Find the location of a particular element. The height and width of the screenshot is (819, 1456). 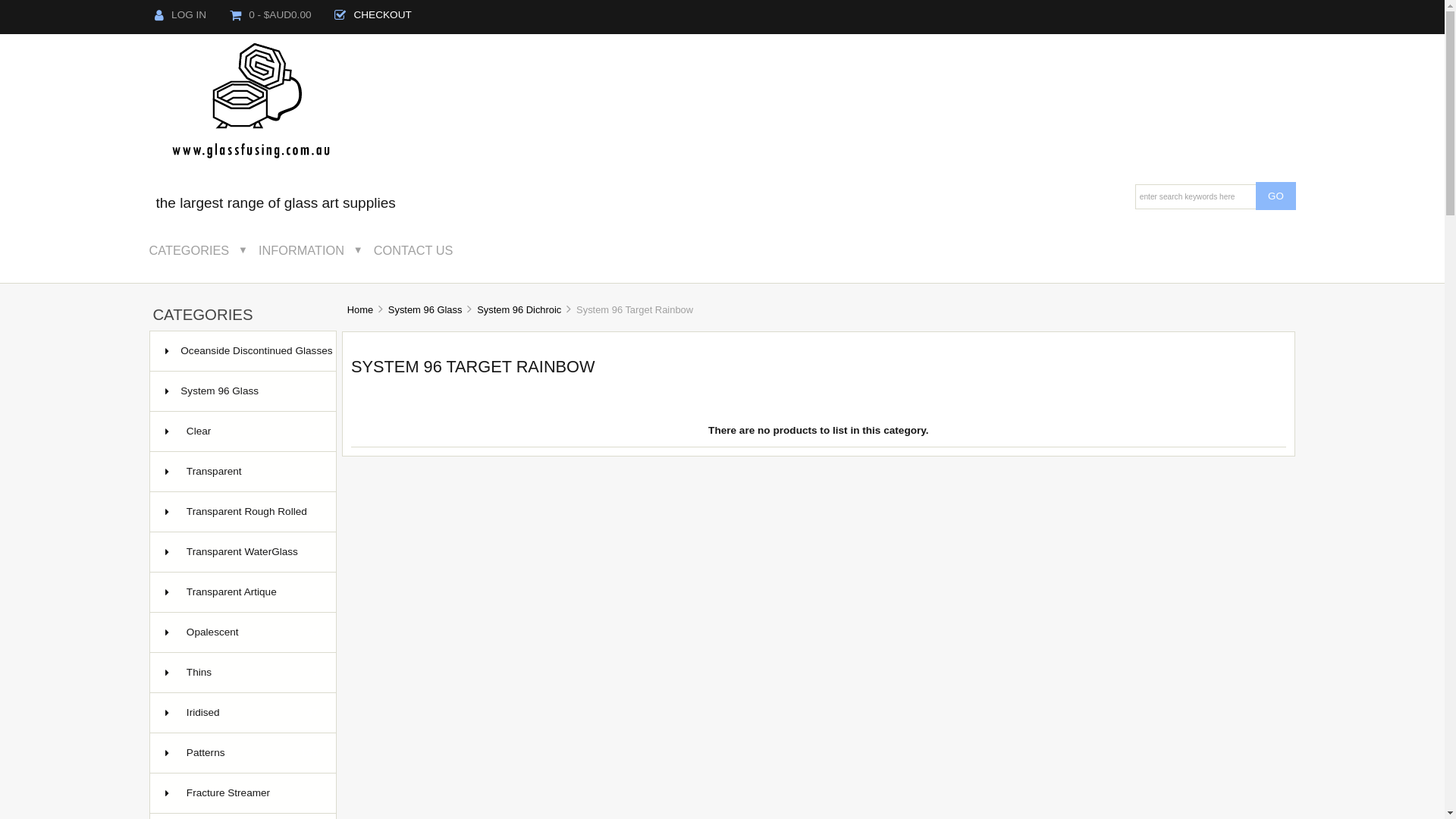

'  Thins is located at coordinates (149, 672).